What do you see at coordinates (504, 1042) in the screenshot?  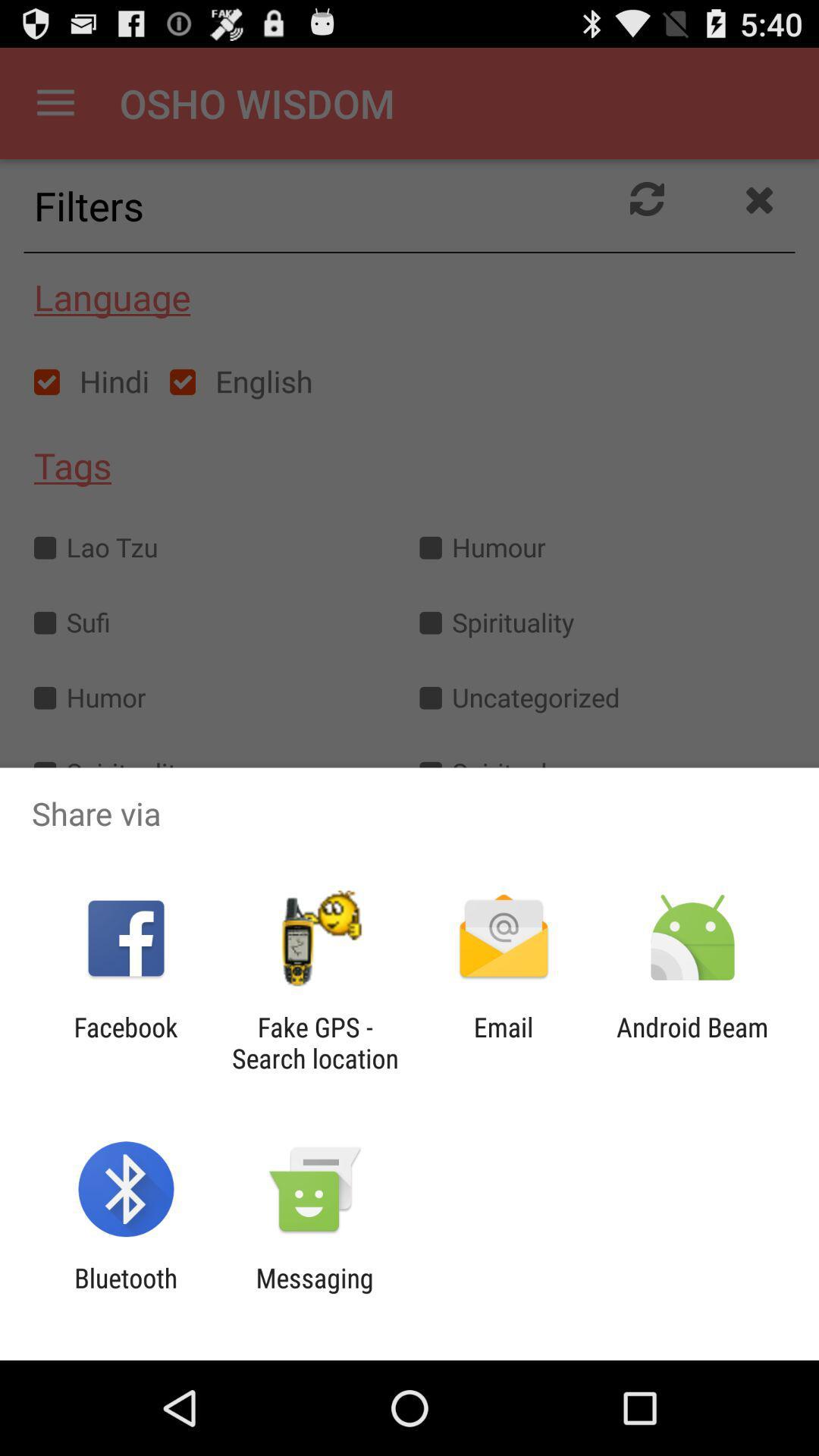 I see `the item to the left of android beam item` at bounding box center [504, 1042].